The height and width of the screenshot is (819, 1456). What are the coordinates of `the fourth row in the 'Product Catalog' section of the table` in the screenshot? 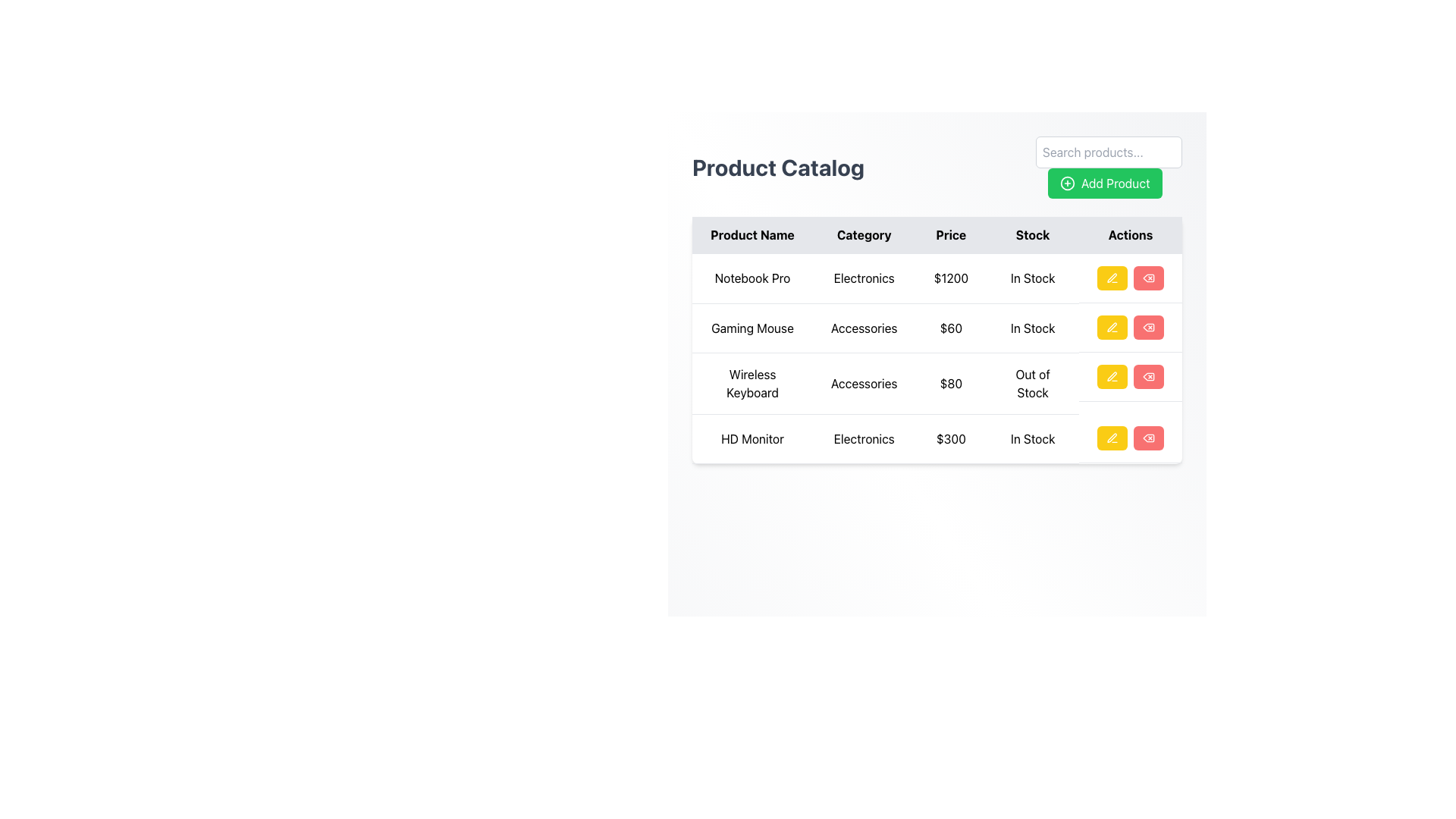 It's located at (937, 438).